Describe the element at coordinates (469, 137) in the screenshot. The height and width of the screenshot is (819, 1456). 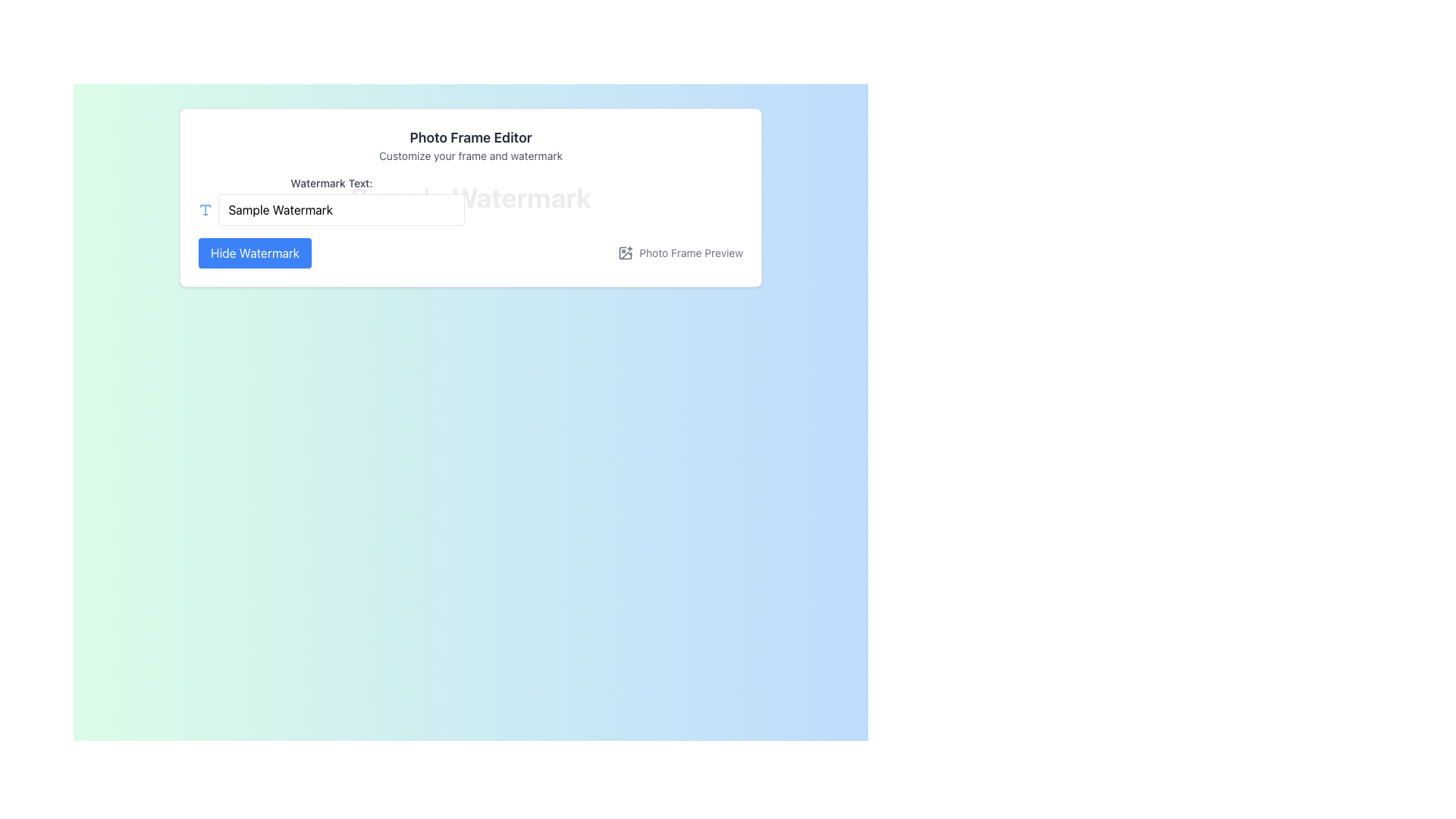
I see `the heading 'Photo Frame Editor' which indicates the functionality related to editing photo frames` at that location.